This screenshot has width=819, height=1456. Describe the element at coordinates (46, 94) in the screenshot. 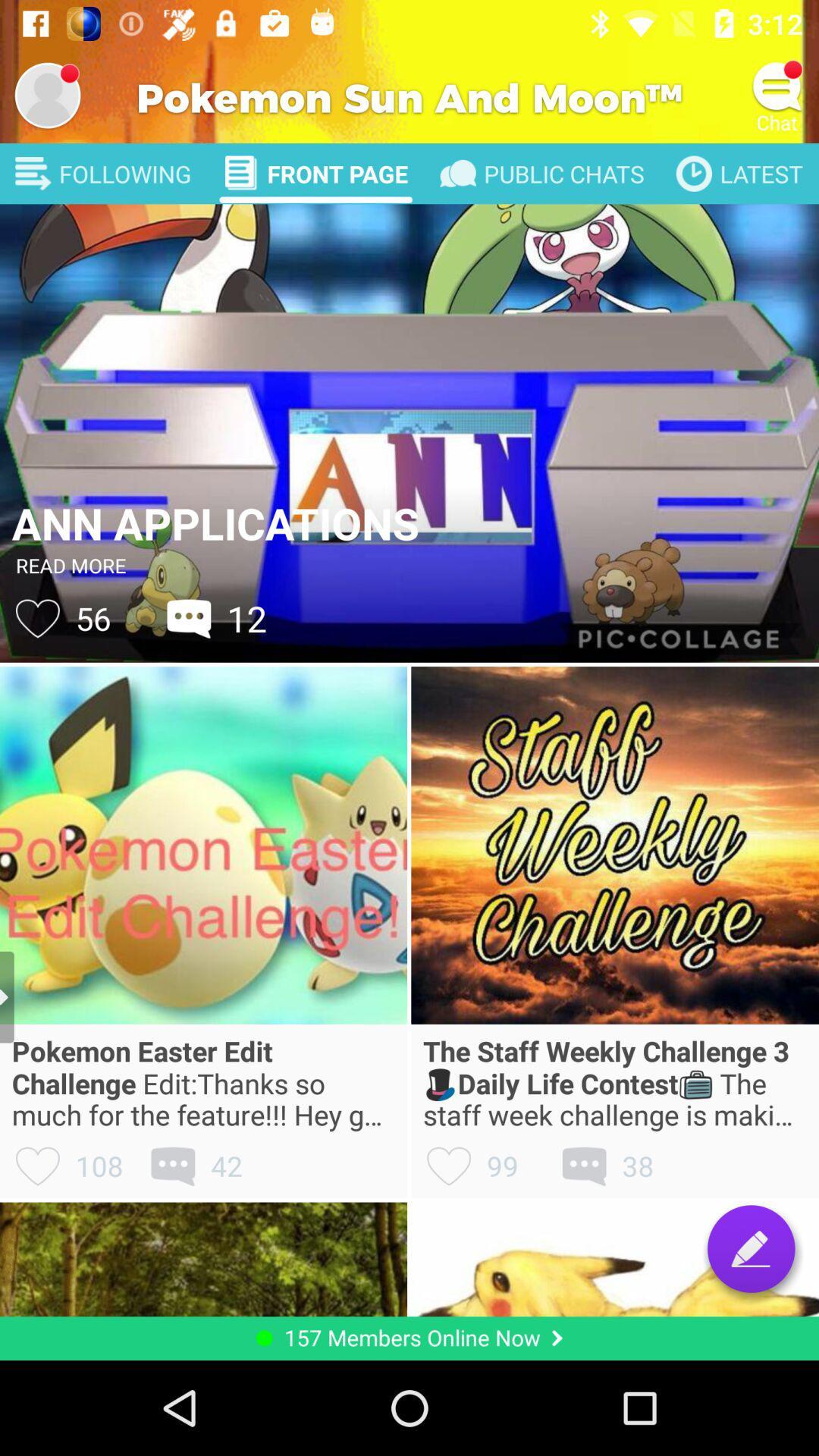

I see `profile image` at that location.